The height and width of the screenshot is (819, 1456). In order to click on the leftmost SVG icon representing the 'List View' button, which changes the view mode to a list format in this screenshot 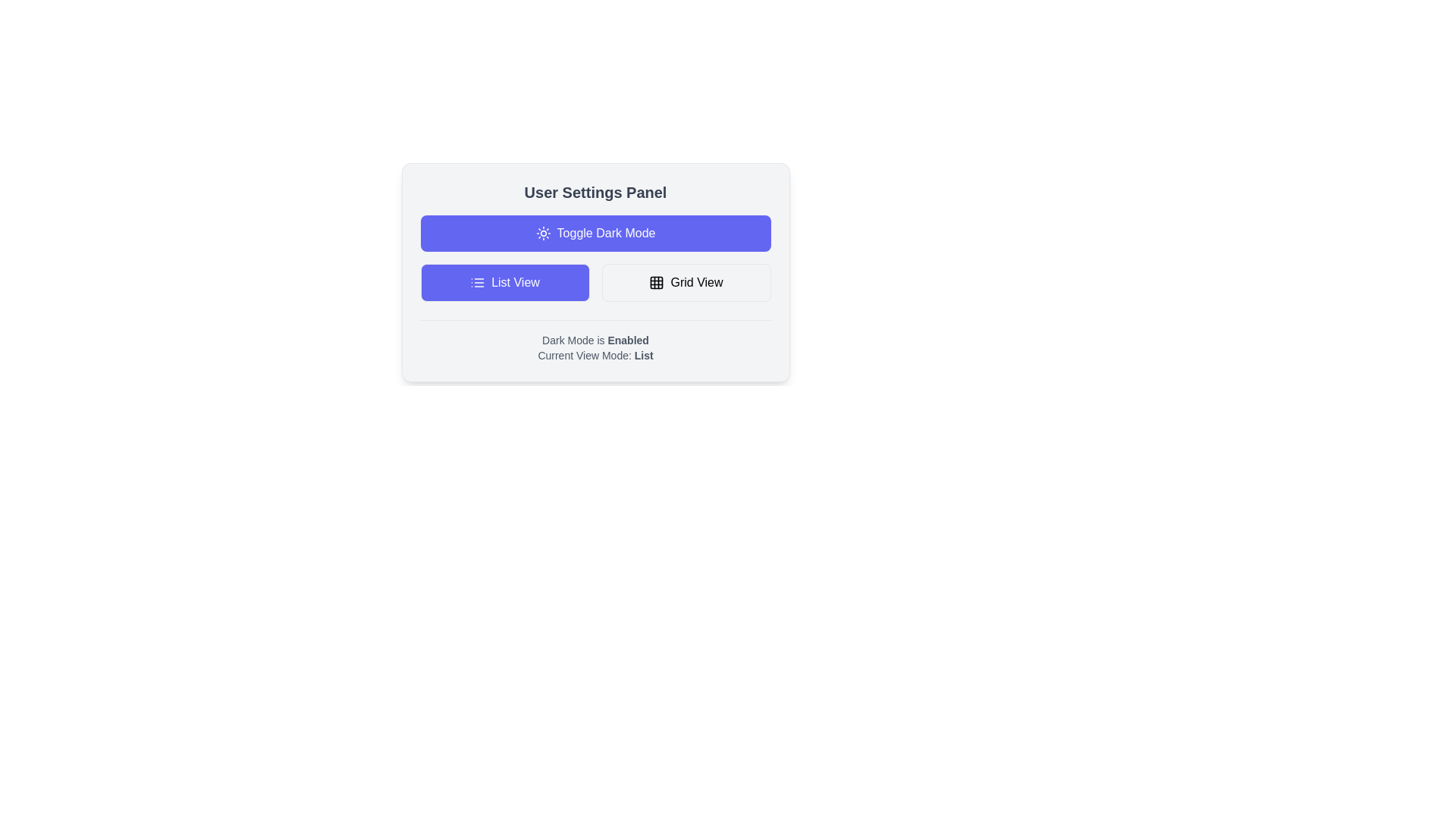, I will do `click(477, 283)`.